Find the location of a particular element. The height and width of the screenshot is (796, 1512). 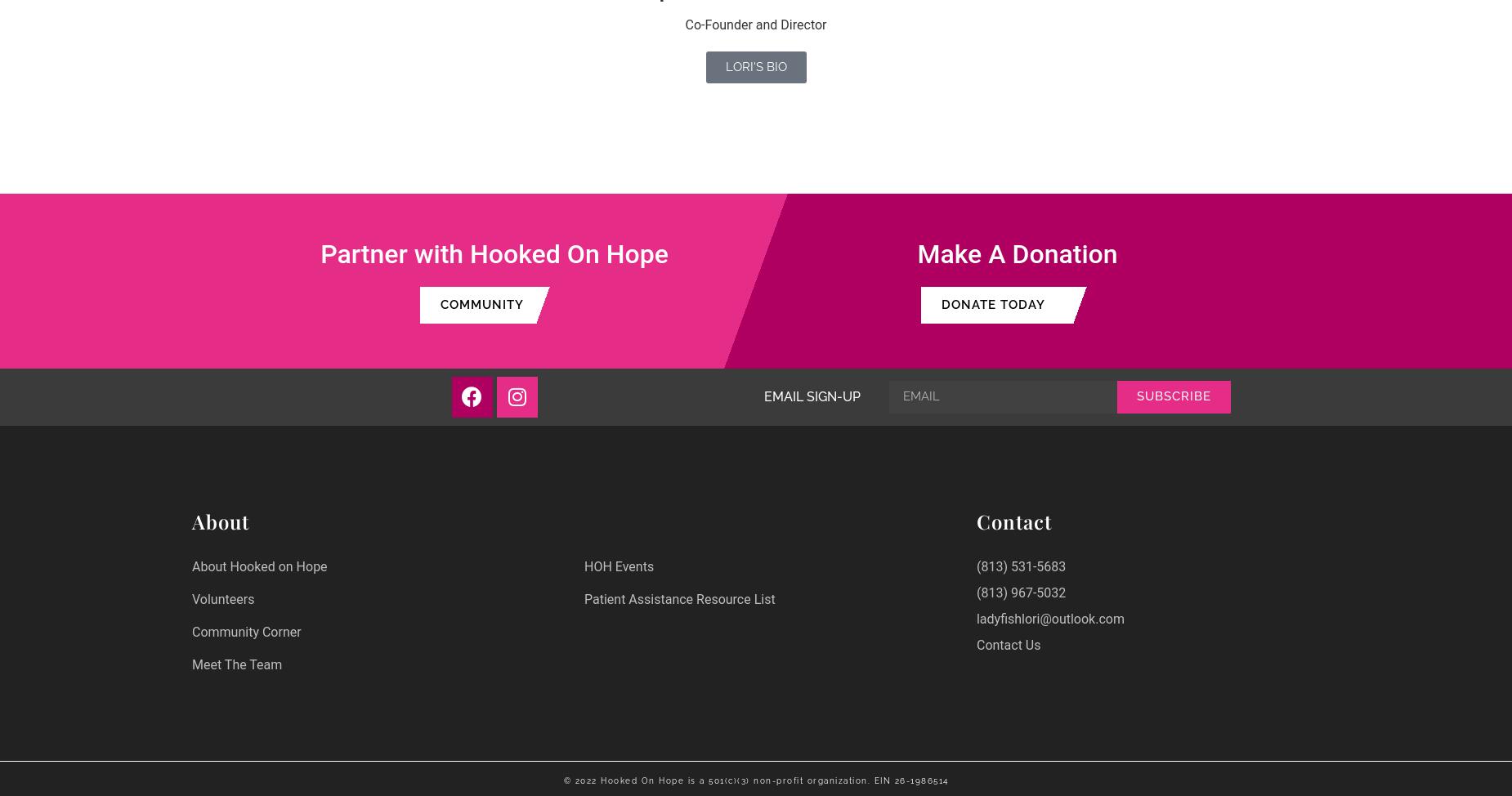

'Patient Assistance Resource List' is located at coordinates (679, 597).